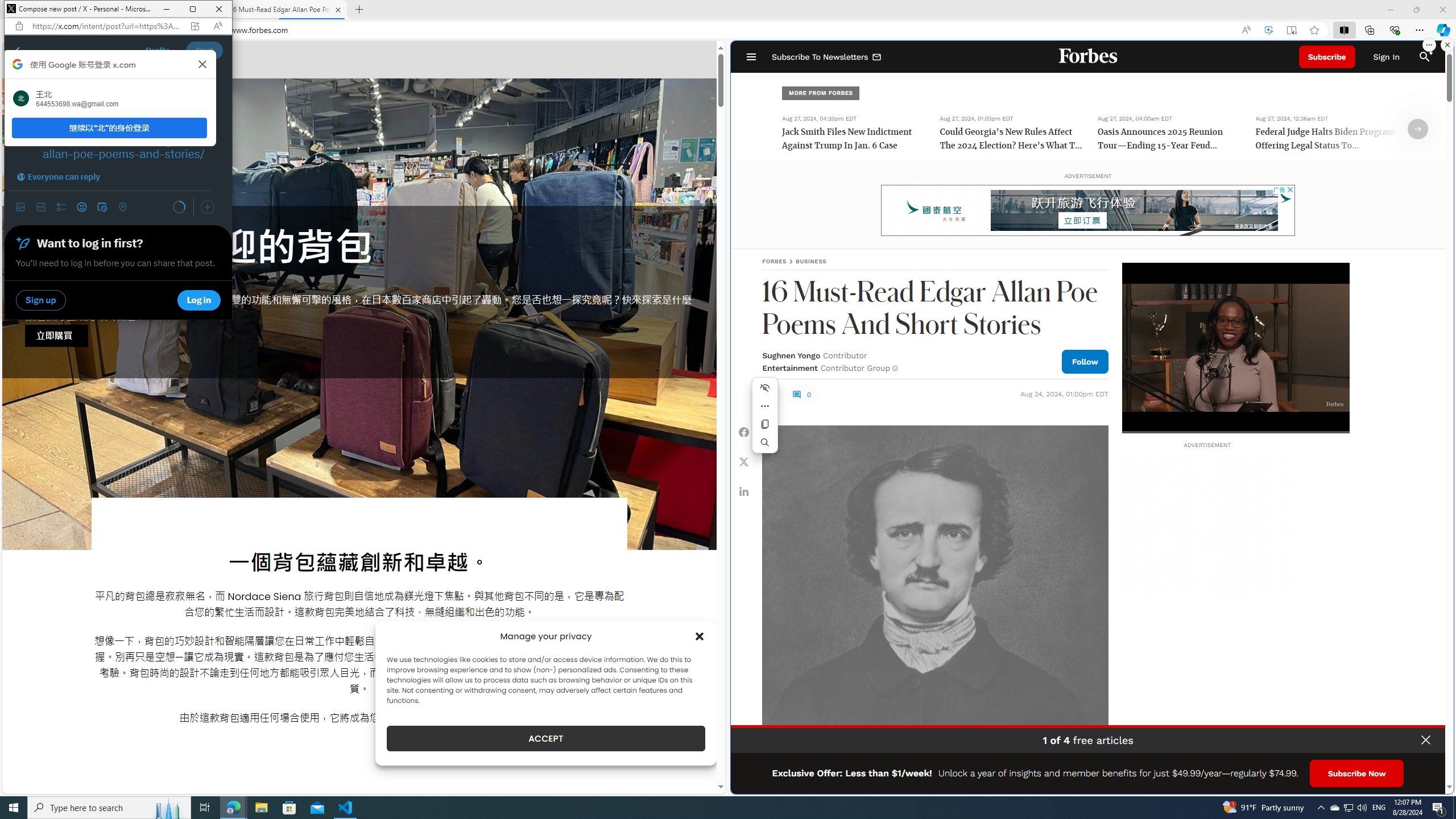 The width and height of the screenshot is (1456, 819). Describe the element at coordinates (789, 367) in the screenshot. I see `'Entertainment'` at that location.